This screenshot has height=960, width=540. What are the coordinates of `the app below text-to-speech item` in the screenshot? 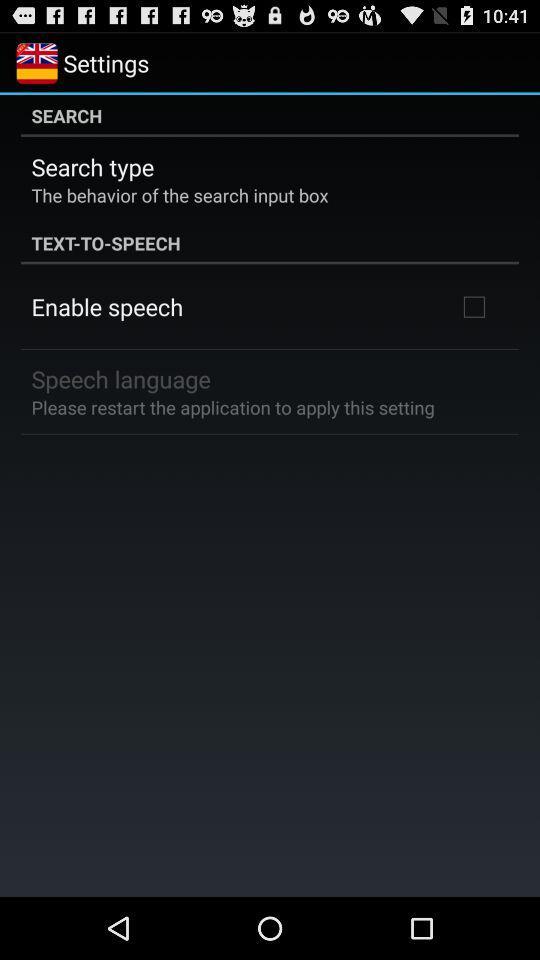 It's located at (107, 306).